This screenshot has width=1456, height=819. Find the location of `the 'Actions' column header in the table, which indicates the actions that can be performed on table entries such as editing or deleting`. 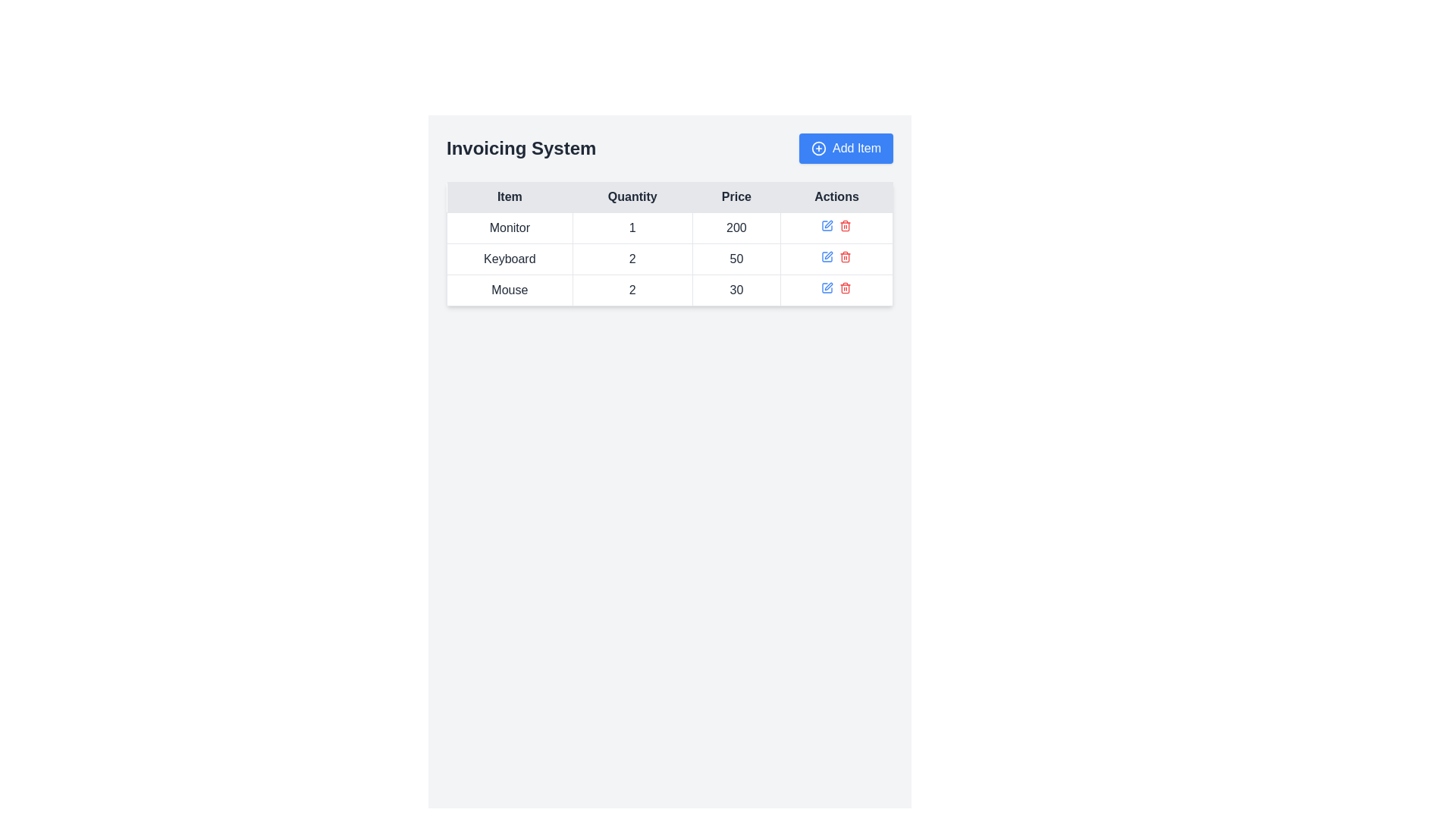

the 'Actions' column header in the table, which indicates the actions that can be performed on table entries such as editing or deleting is located at coordinates (836, 196).